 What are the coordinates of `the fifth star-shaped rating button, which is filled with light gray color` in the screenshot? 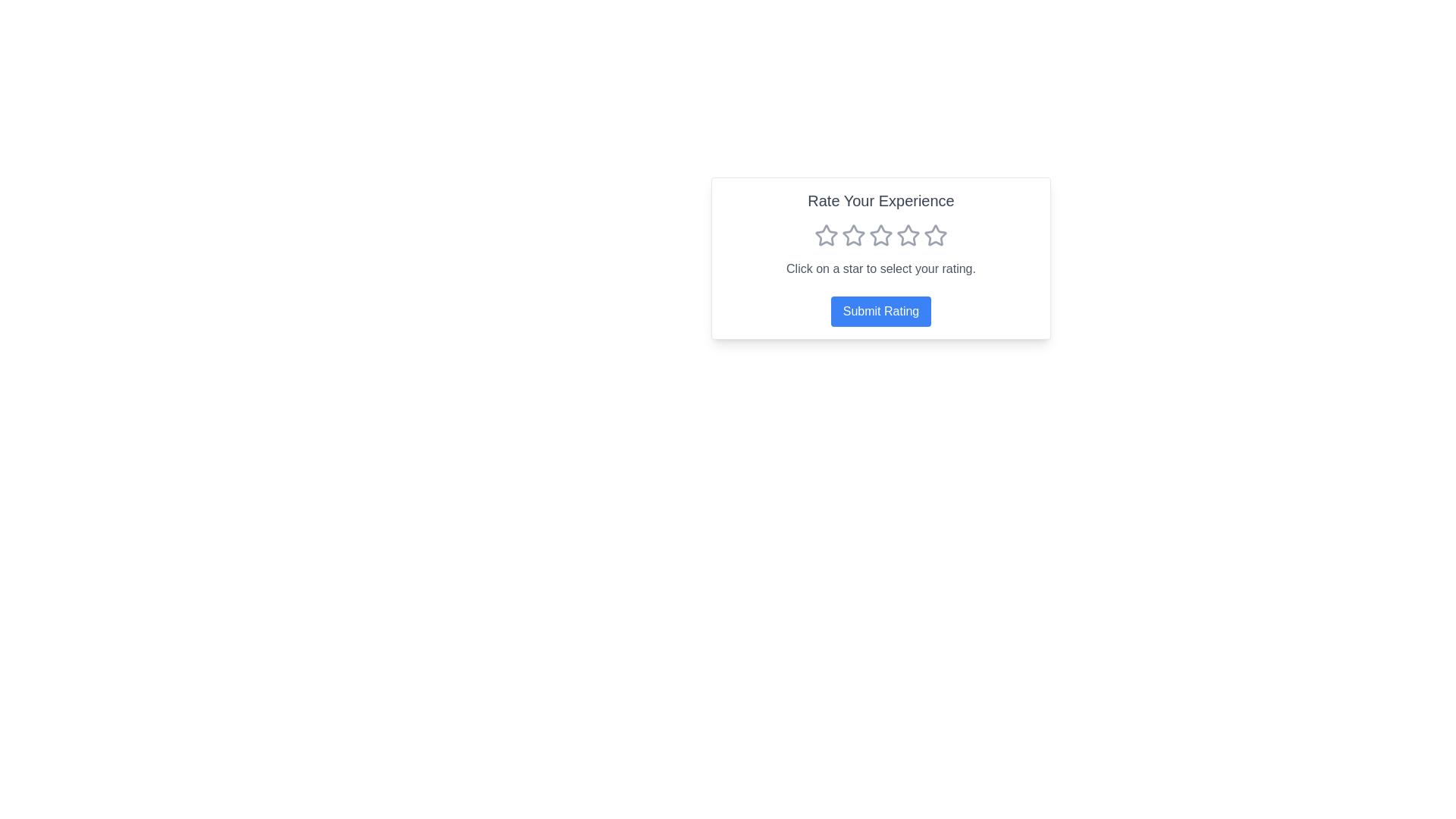 It's located at (934, 235).